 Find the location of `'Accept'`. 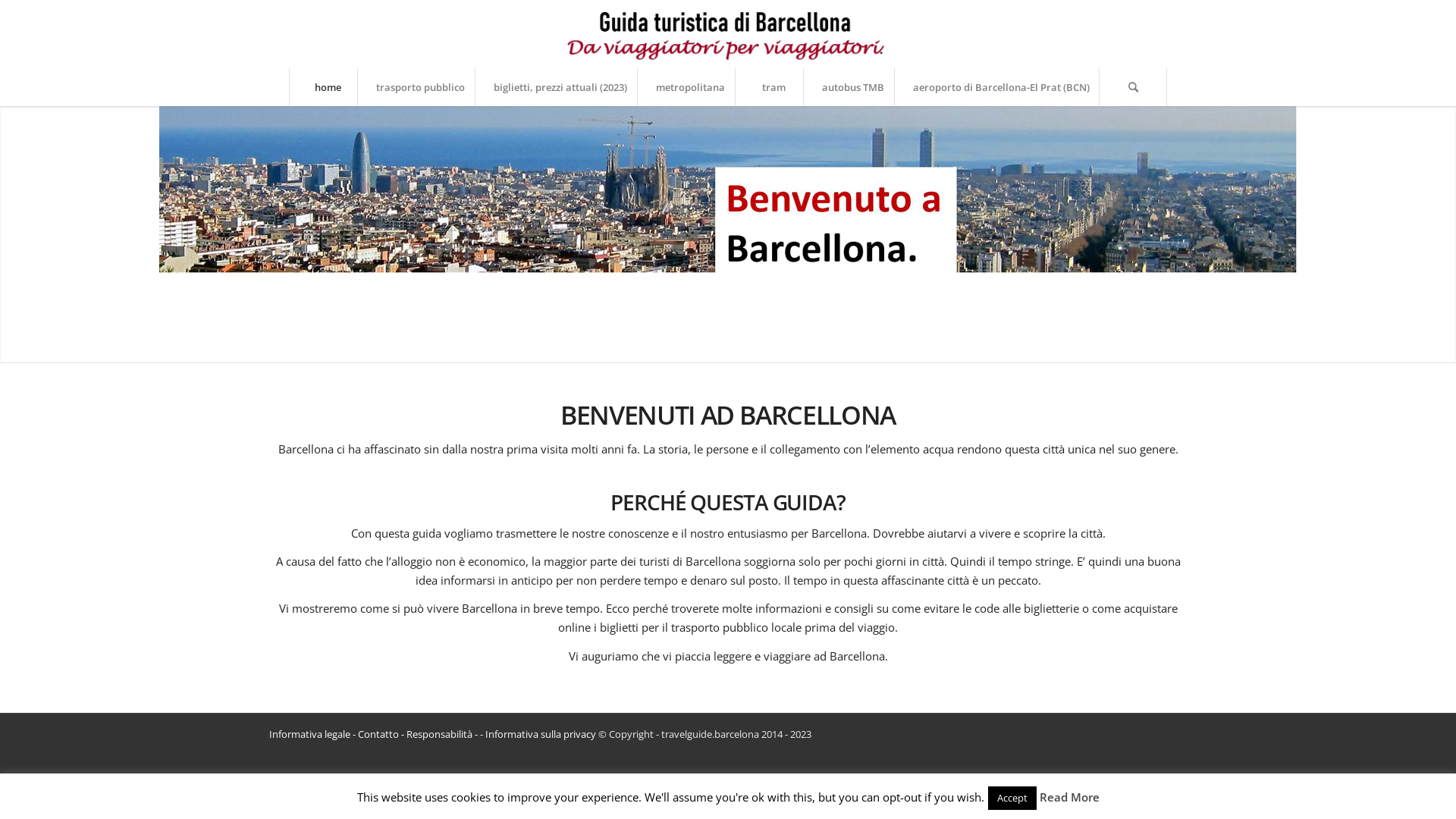

'Accept' is located at coordinates (1012, 797).